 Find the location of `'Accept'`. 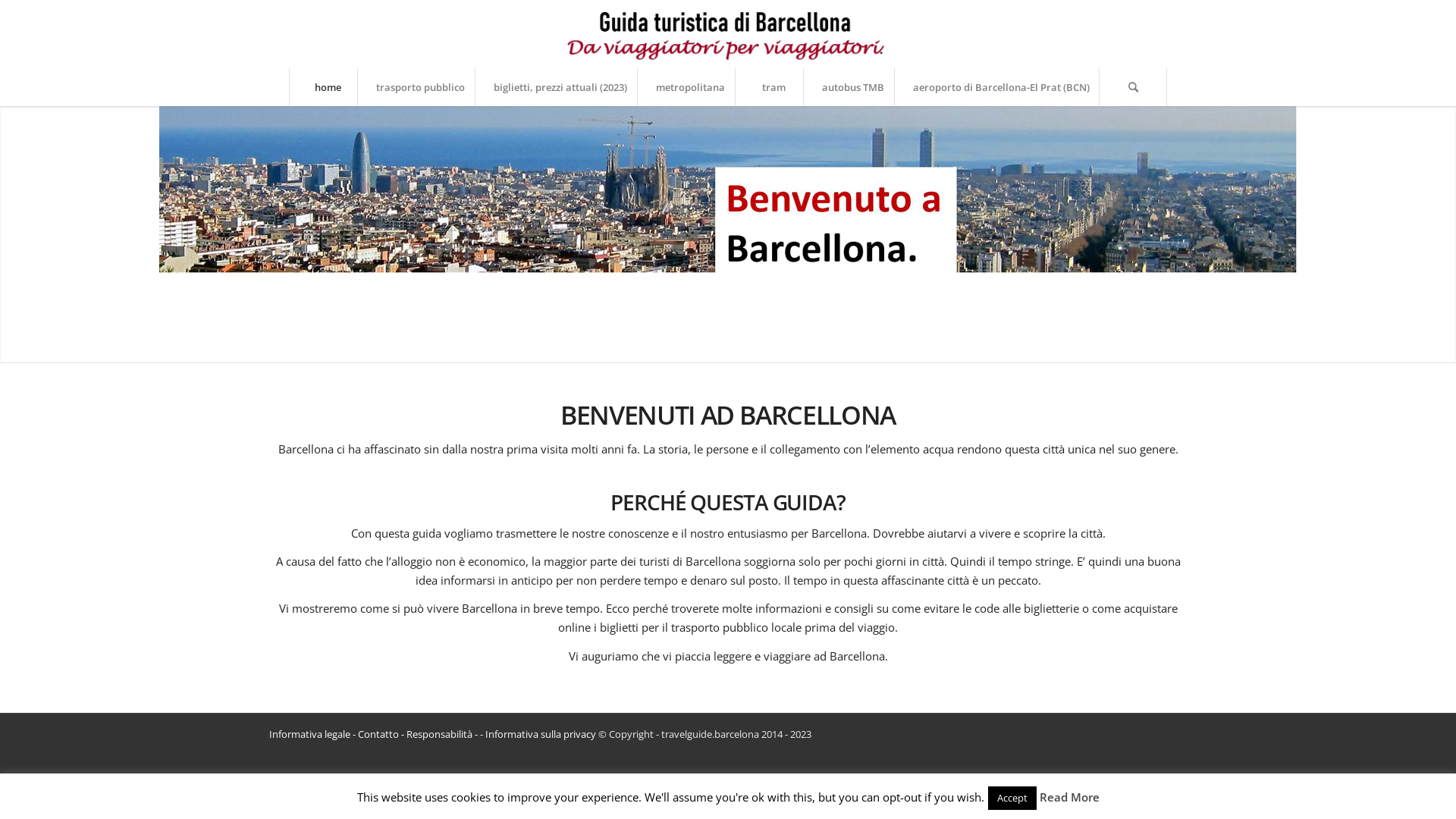

'Accept' is located at coordinates (1012, 797).